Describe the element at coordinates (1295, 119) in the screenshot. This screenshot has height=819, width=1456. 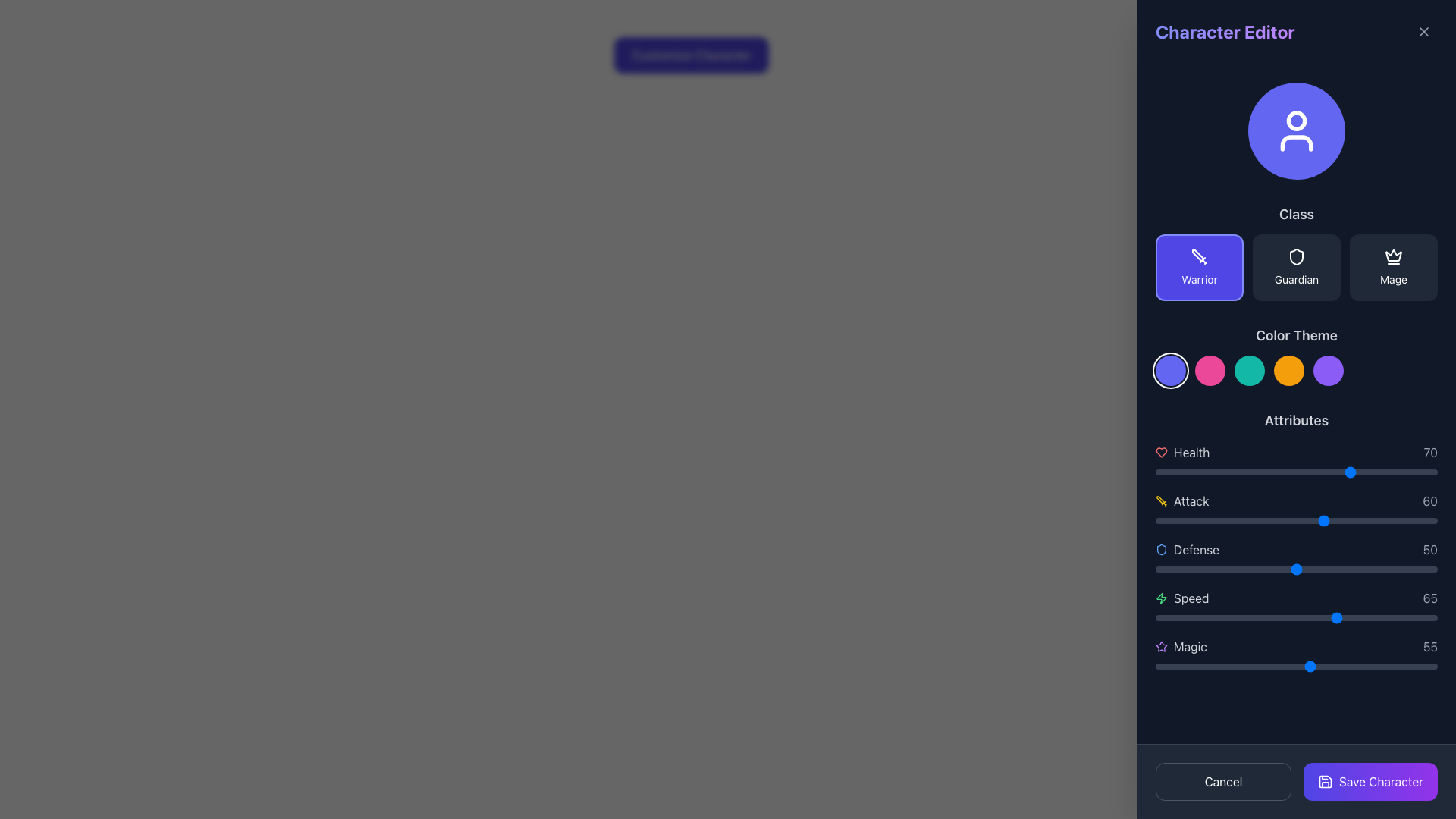
I see `the SVG circle element representing the head or face in the user profile icon design located in the 'Character Editor' sidebar` at that location.